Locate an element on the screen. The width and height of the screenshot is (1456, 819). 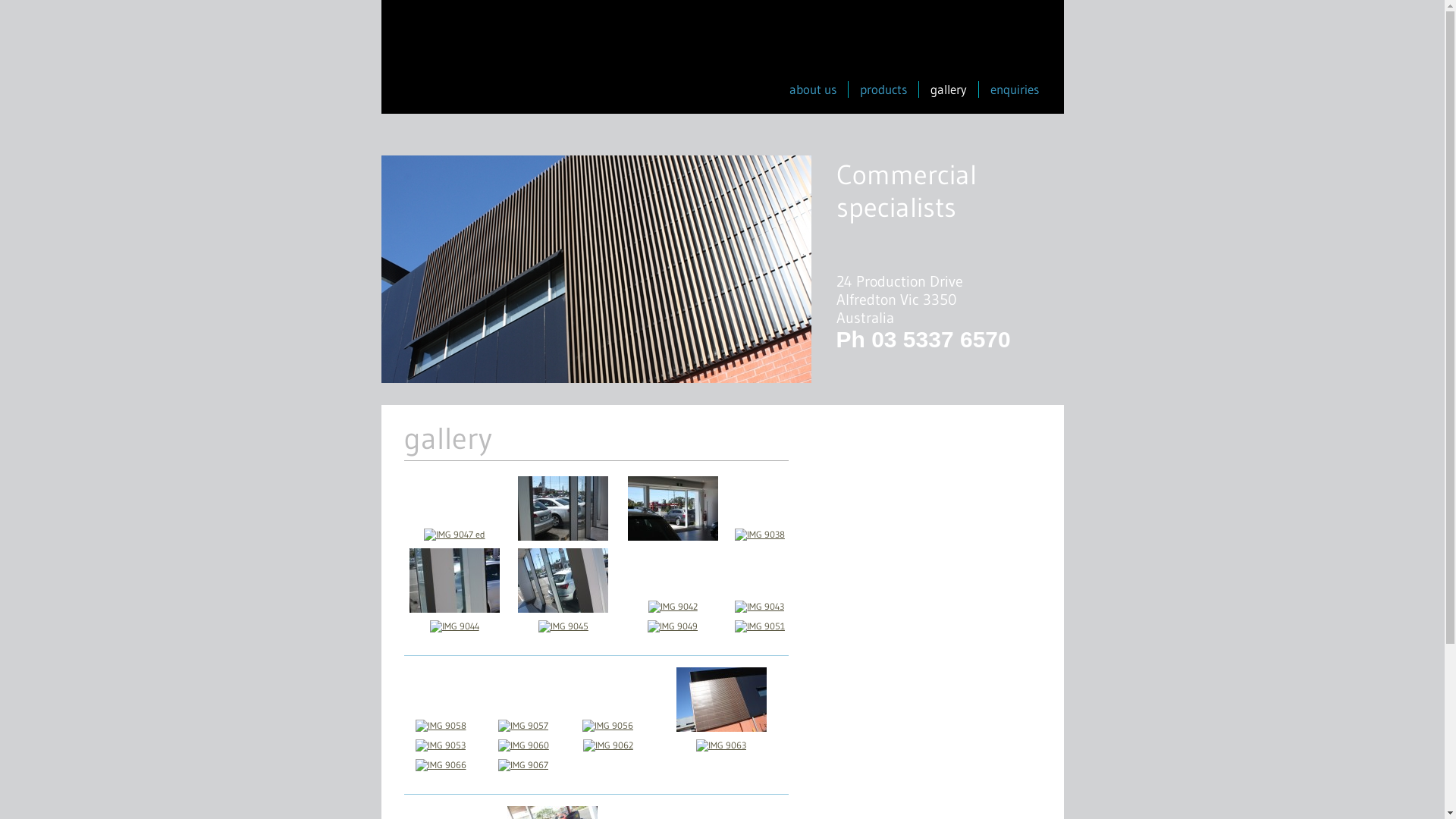
'IMG 9042' is located at coordinates (672, 606).